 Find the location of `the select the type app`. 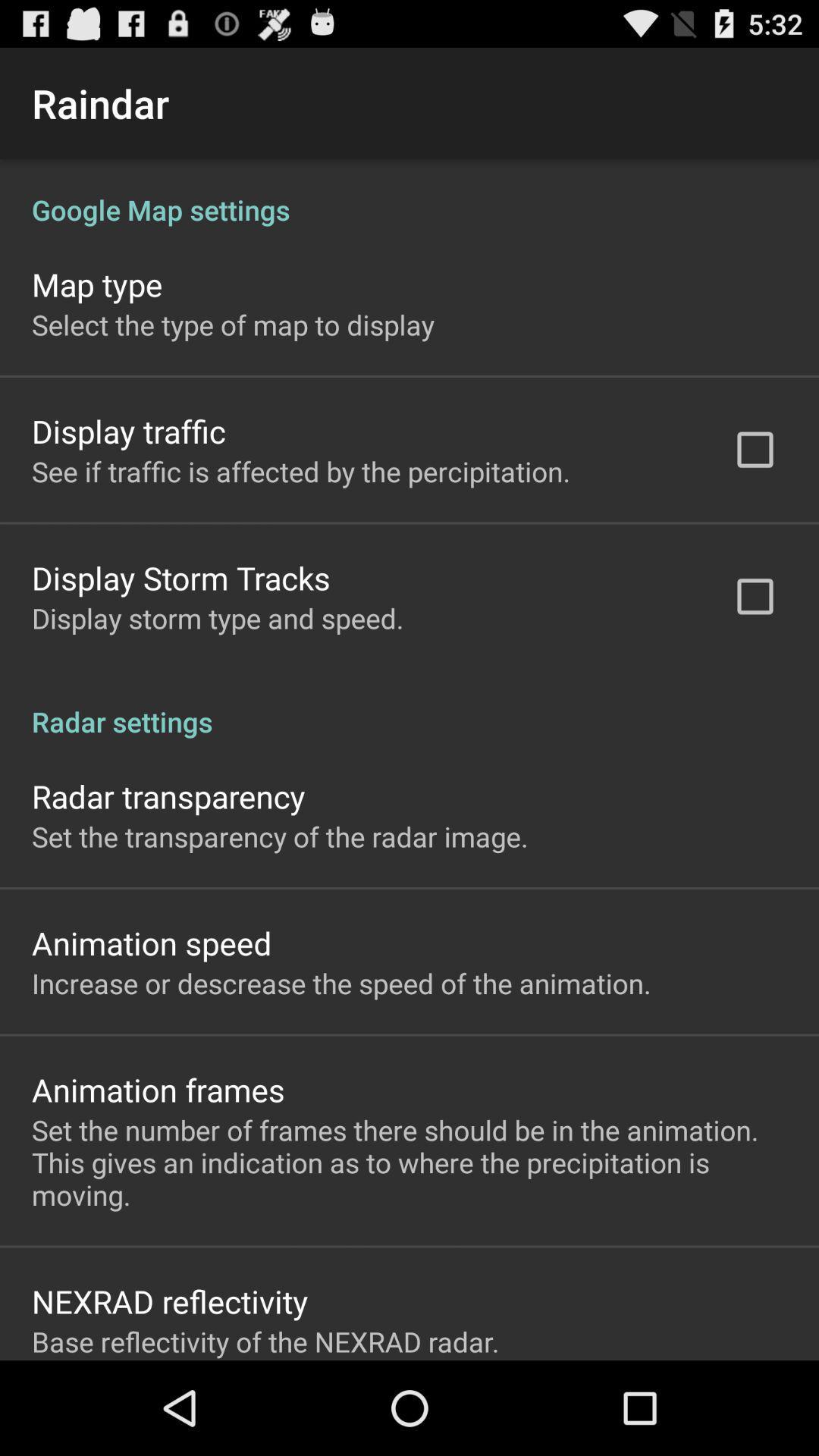

the select the type app is located at coordinates (233, 324).